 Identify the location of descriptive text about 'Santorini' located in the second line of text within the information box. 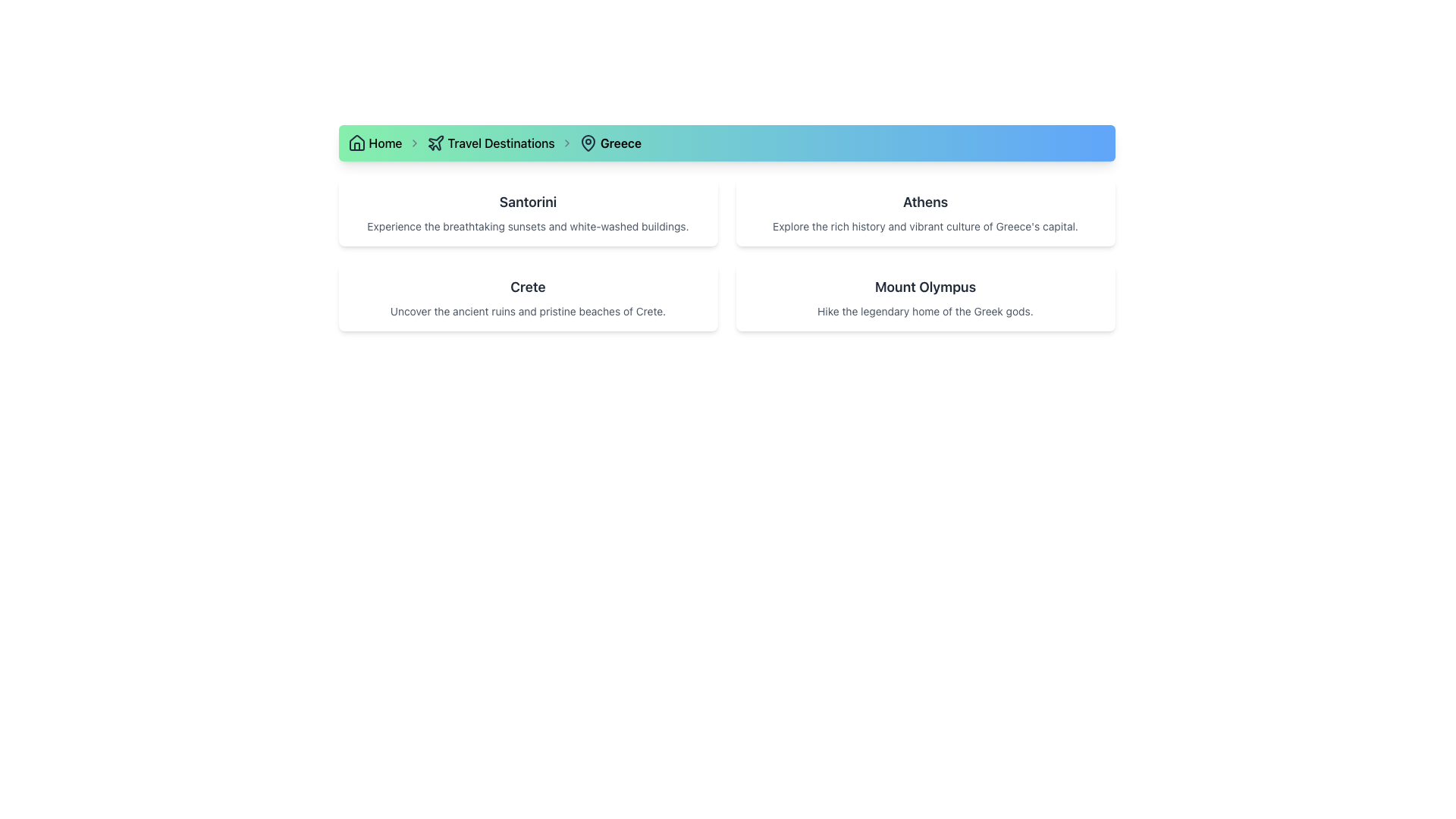
(528, 227).